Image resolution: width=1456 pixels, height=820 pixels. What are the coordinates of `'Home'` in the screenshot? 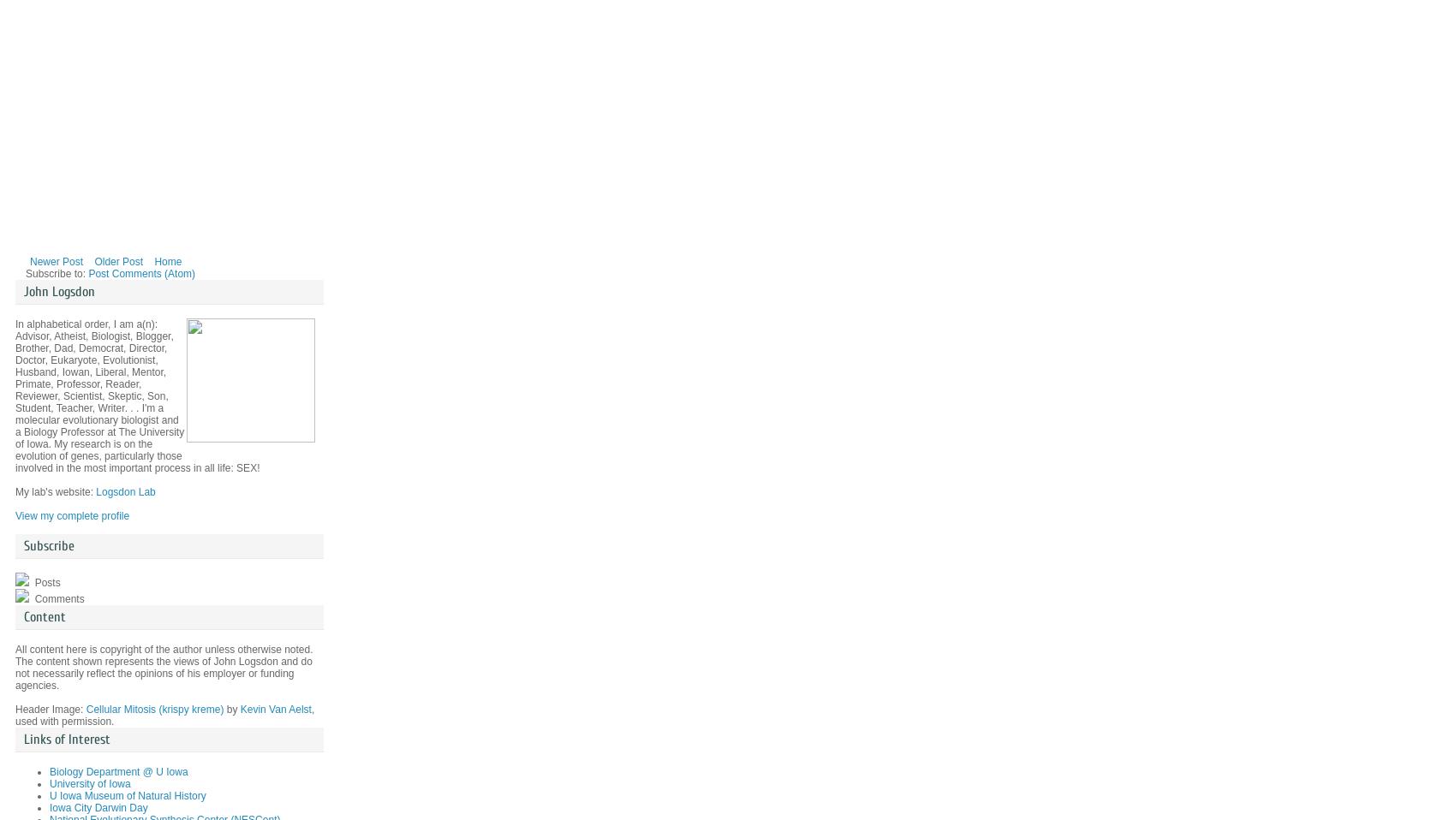 It's located at (167, 261).